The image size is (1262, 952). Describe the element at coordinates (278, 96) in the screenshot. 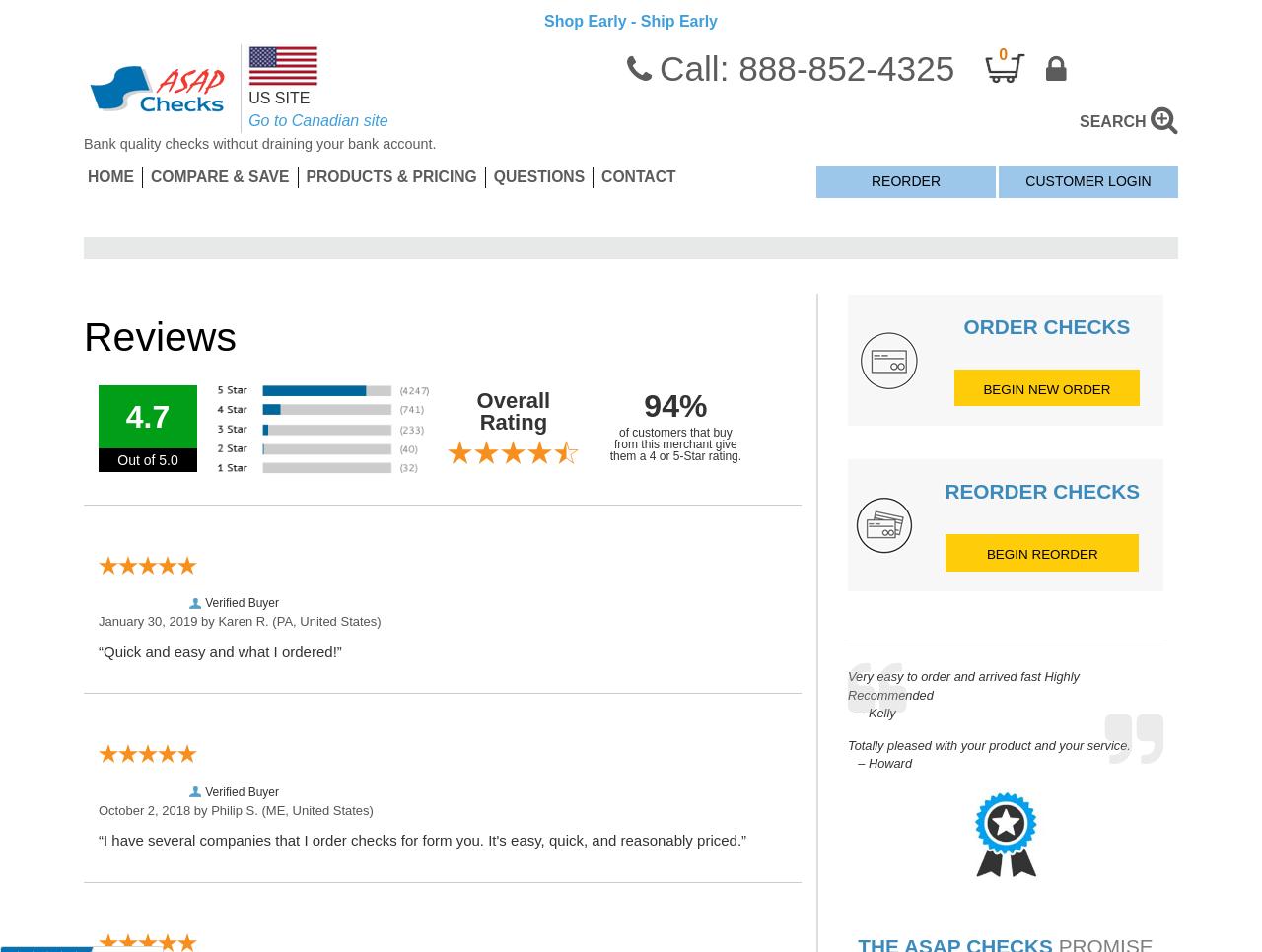

I see `'US SITE'` at that location.